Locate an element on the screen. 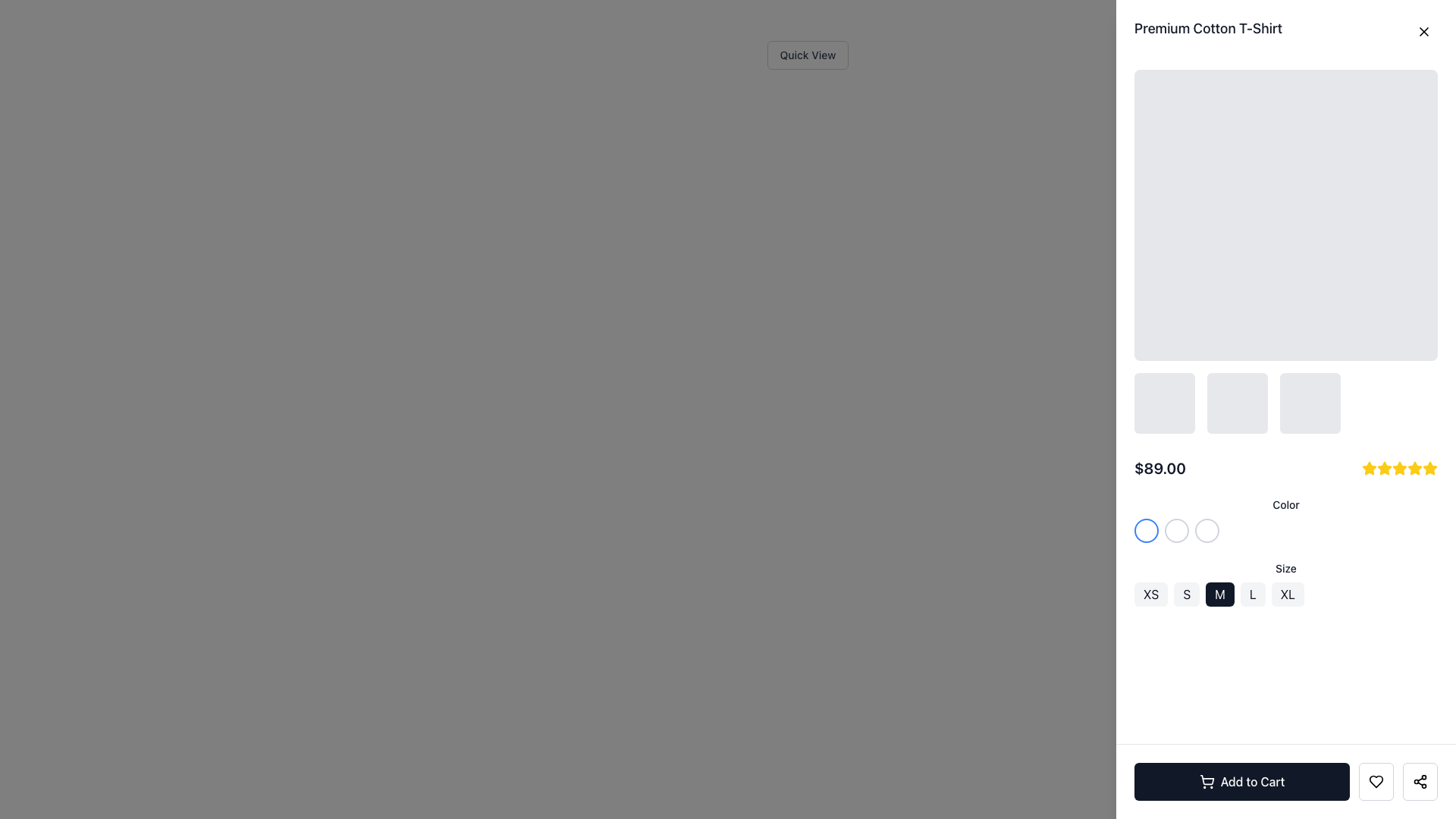 The width and height of the screenshot is (1456, 819). the Close Button (an 'X' icon in the top-right corner of the modal next to 'Premium Cotton T-Shirt') is located at coordinates (1423, 32).